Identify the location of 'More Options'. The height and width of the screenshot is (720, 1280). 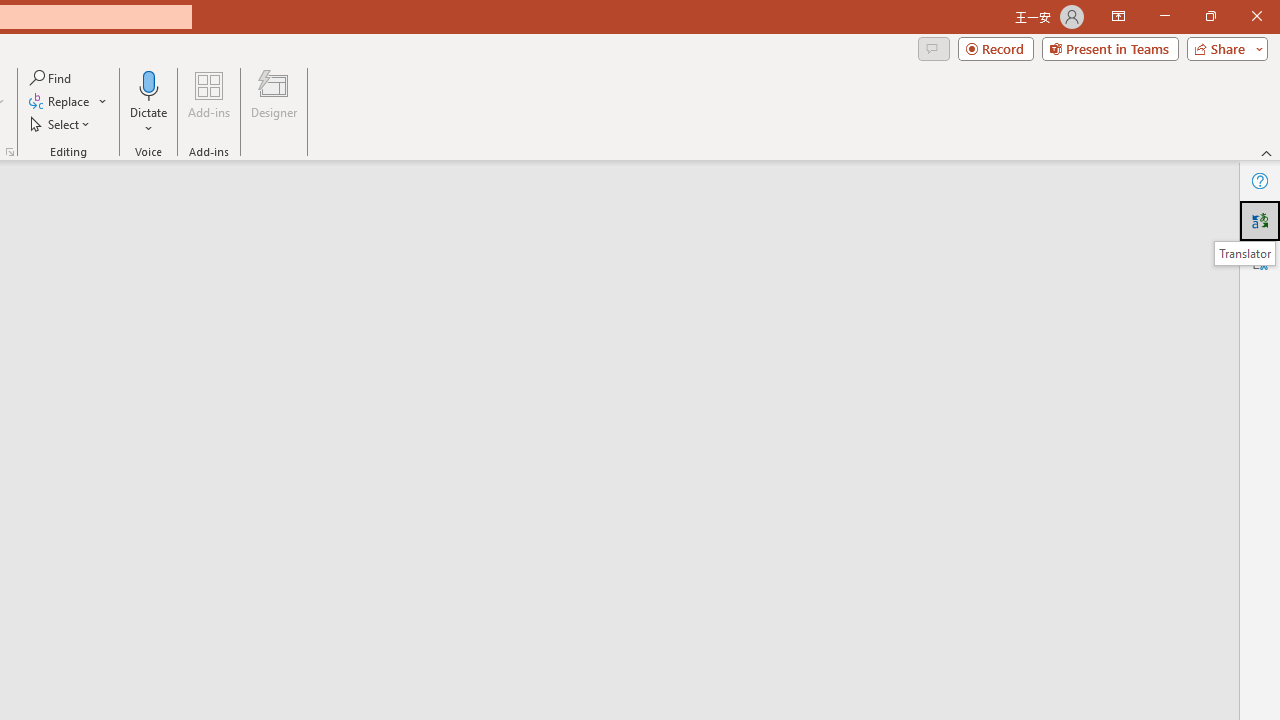
(148, 121).